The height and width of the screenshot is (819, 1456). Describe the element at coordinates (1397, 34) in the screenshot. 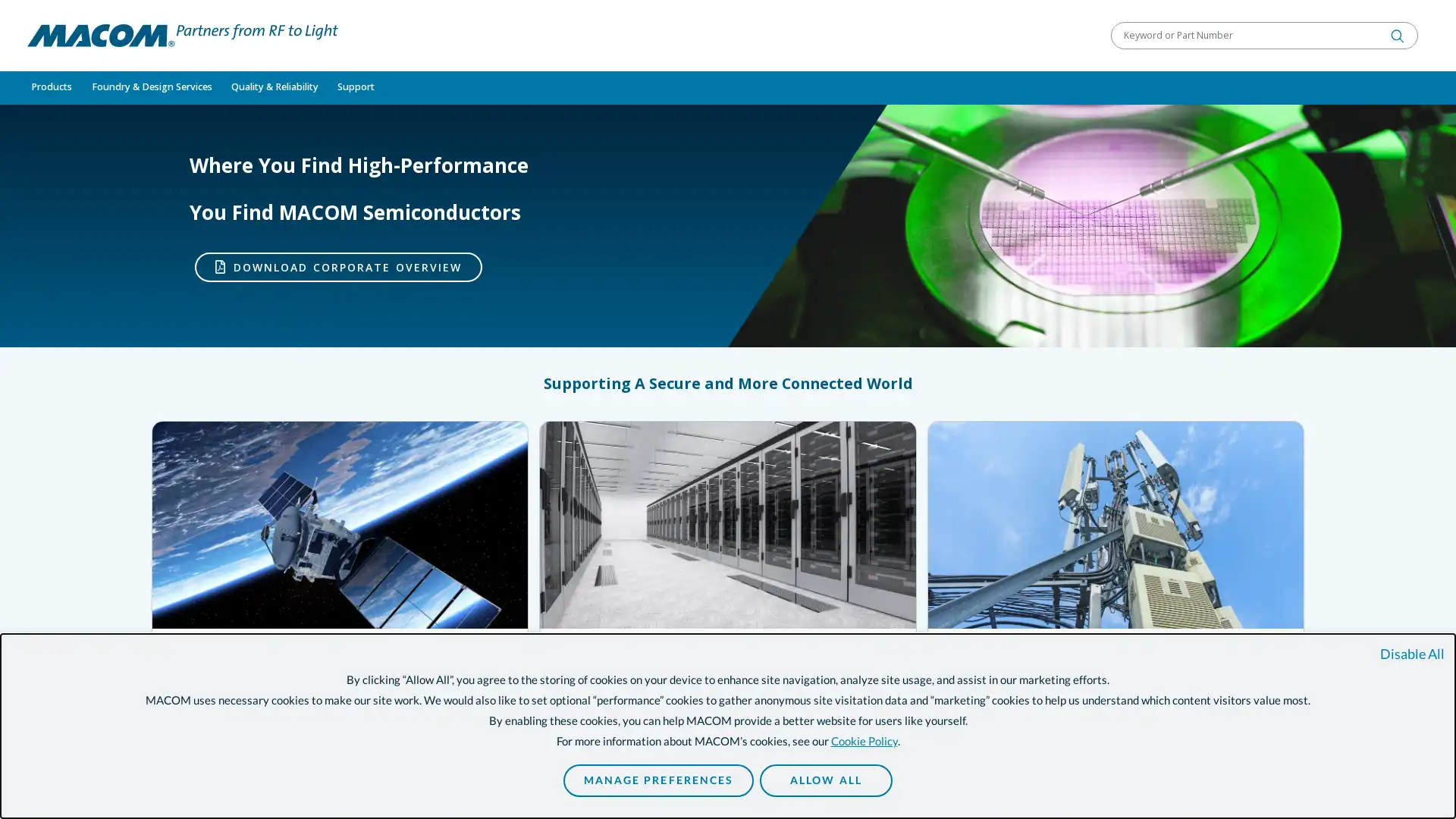

I see `Search` at that location.